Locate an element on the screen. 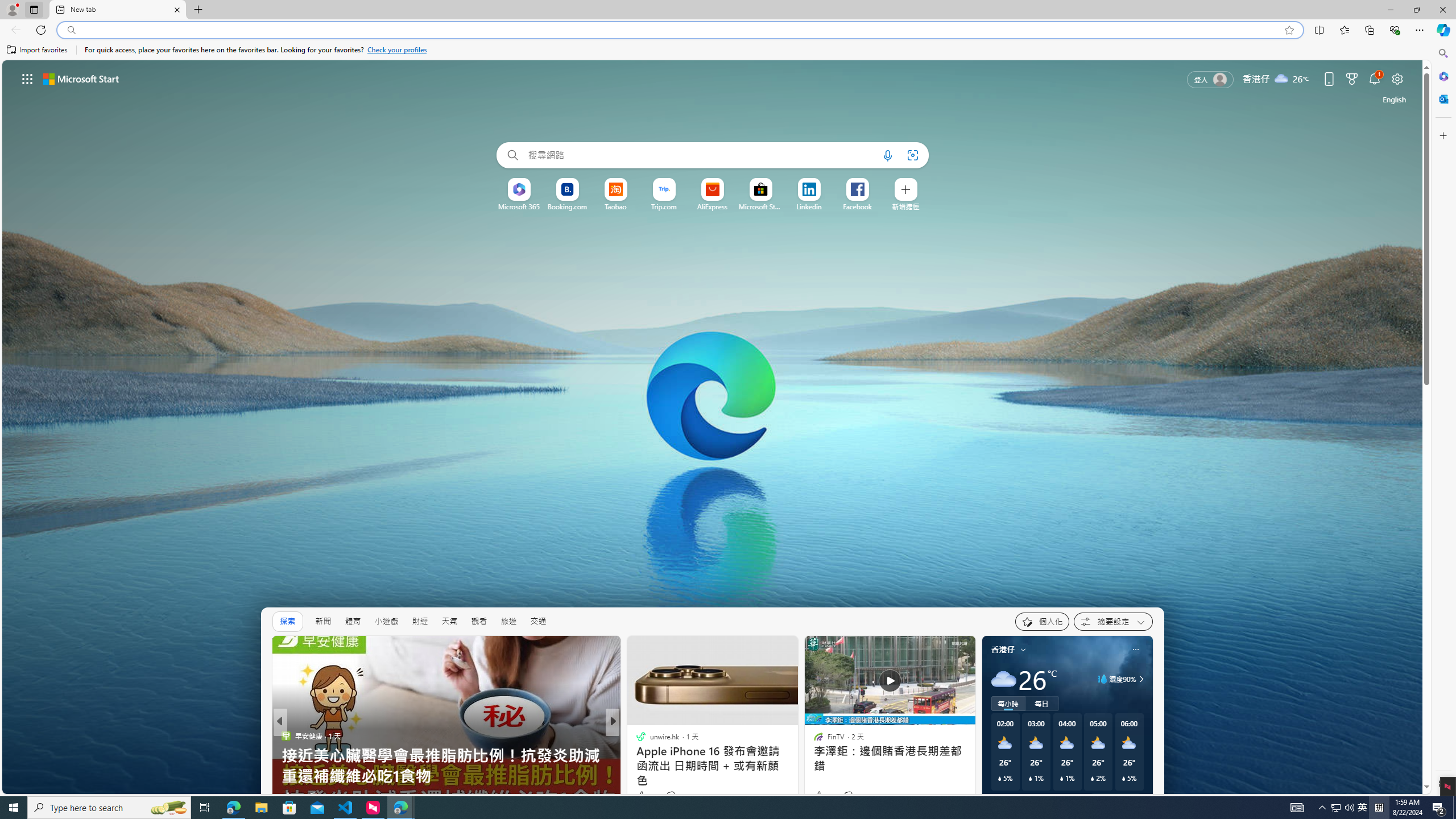 Image resolution: width=1456 pixels, height=819 pixels. 'Taobao' is located at coordinates (614, 206).